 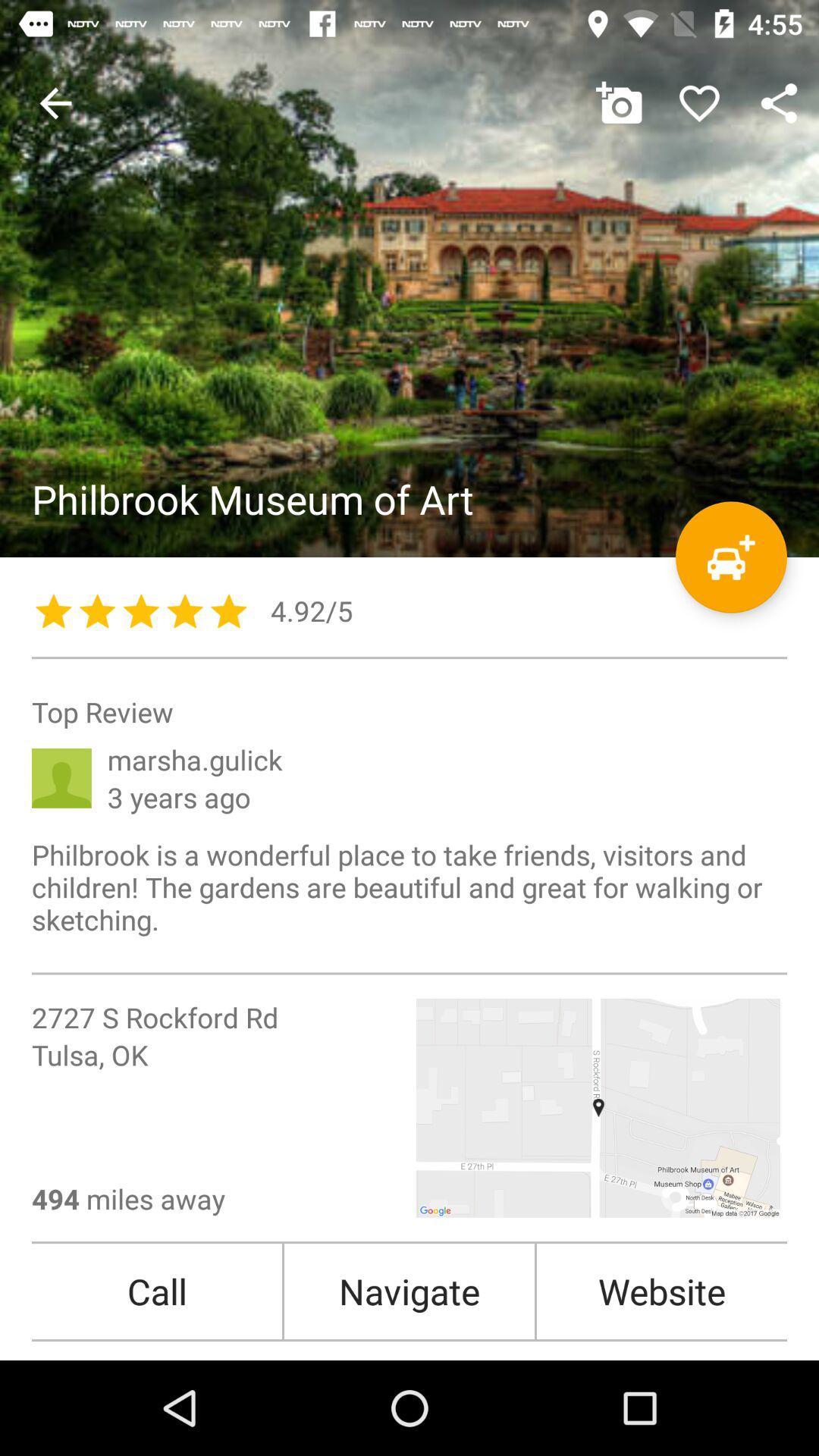 What do you see at coordinates (409, 278) in the screenshot?
I see `connect to site` at bounding box center [409, 278].